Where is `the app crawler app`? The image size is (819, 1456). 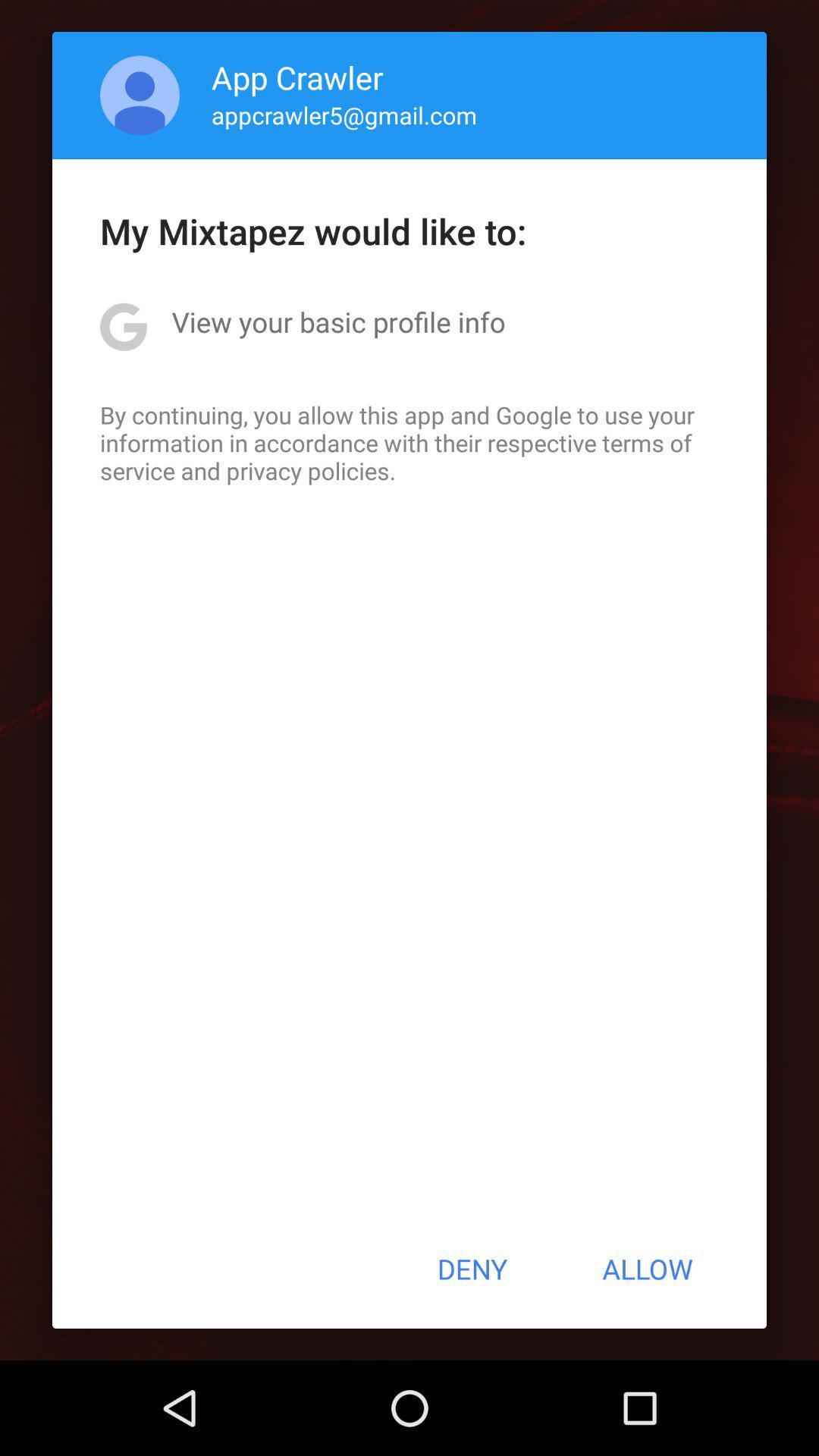 the app crawler app is located at coordinates (297, 76).